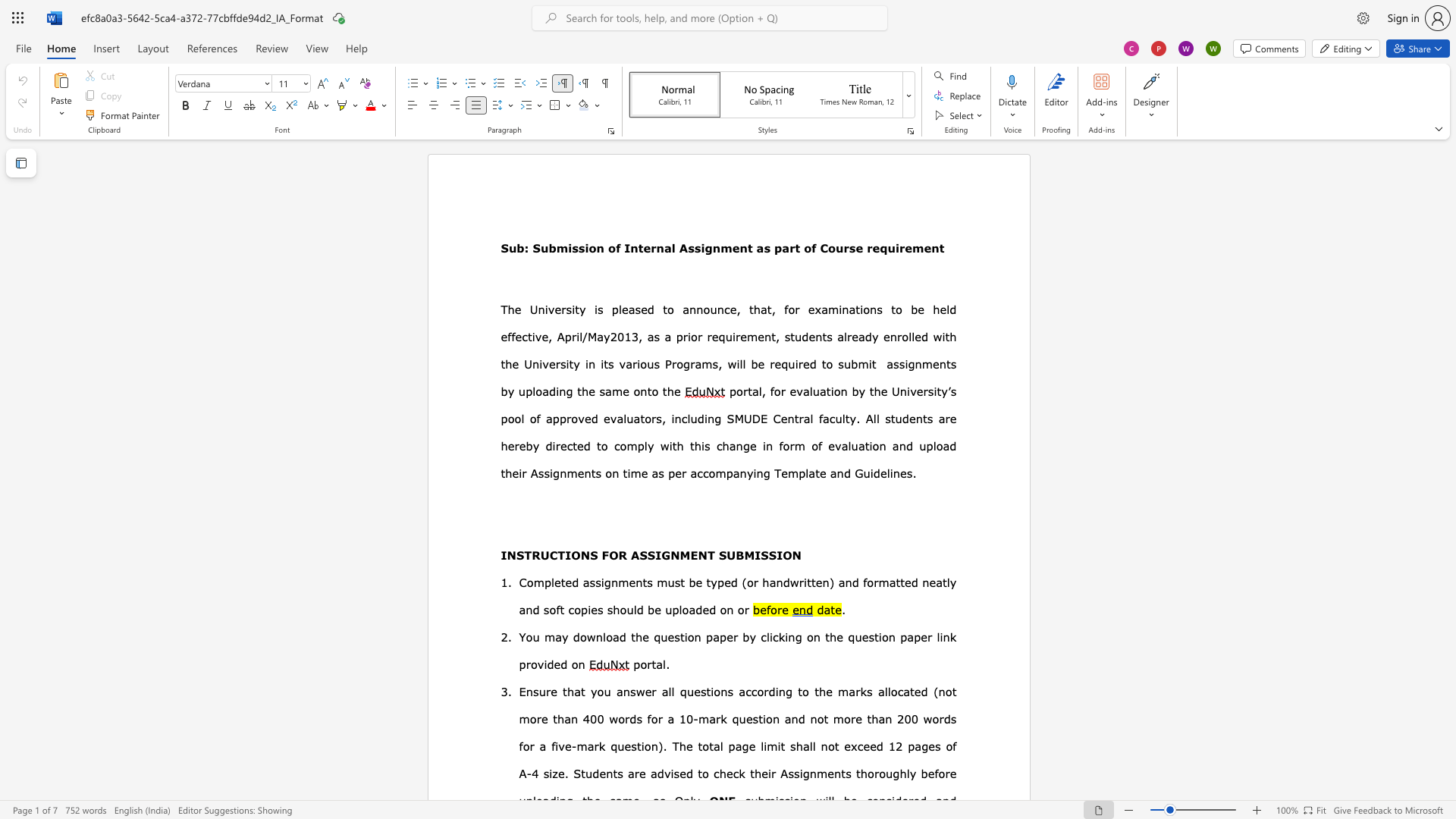 This screenshot has height=819, width=1456. What do you see at coordinates (614, 581) in the screenshot?
I see `the 1th character "n" in the text` at bounding box center [614, 581].